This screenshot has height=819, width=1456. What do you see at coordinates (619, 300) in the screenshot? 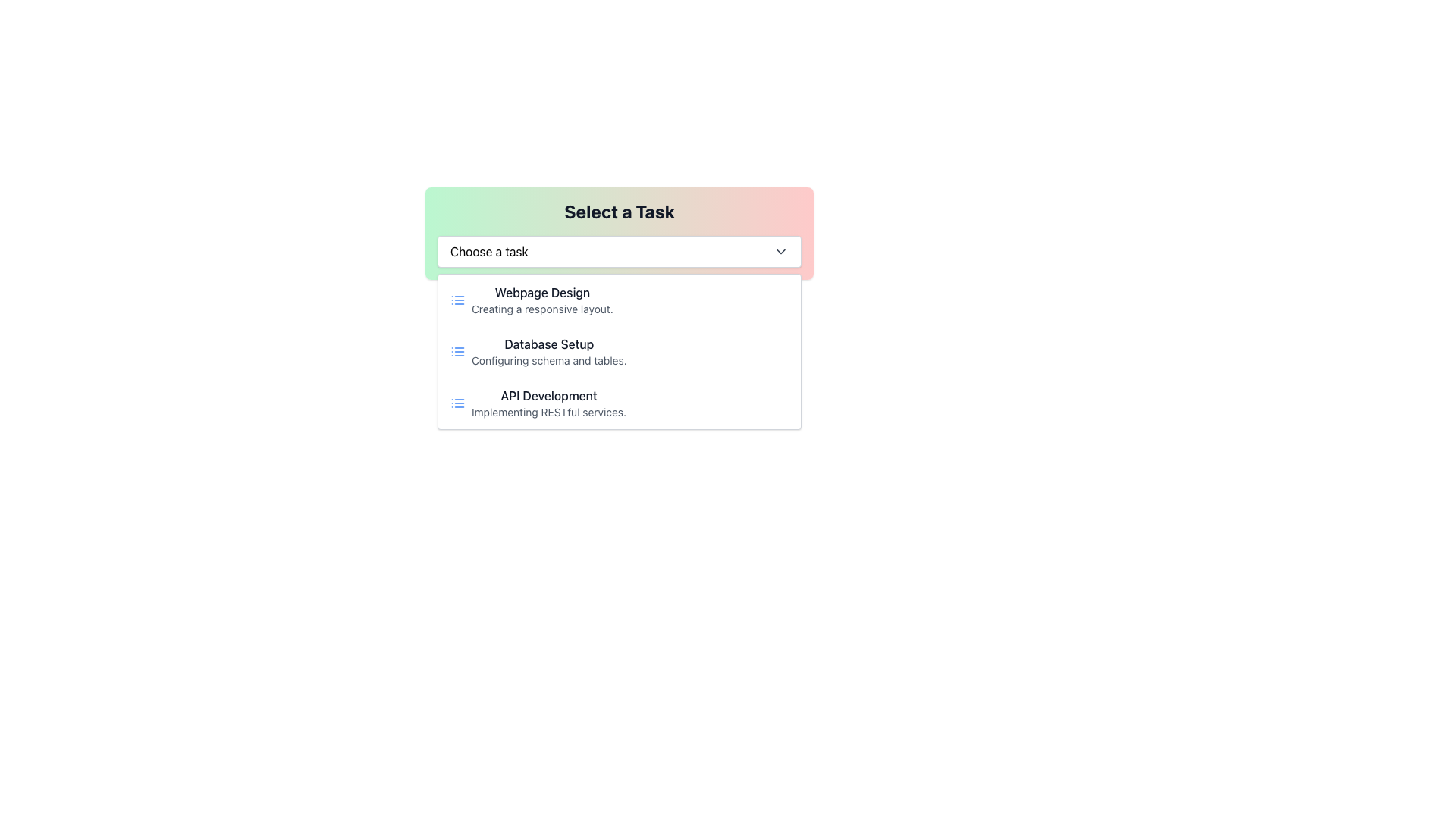
I see `the first list item labeled 'Webpage Design'` at bounding box center [619, 300].